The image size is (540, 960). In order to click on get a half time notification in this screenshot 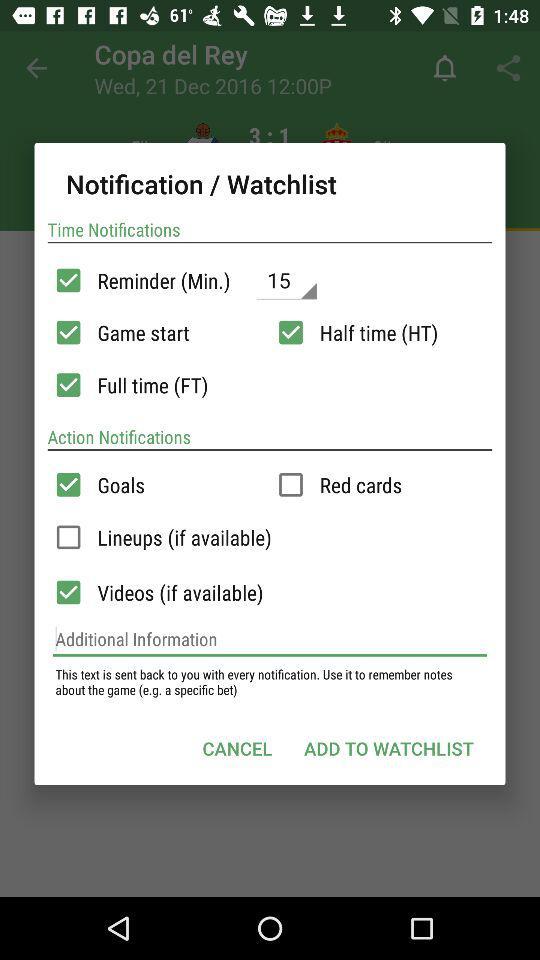, I will do `click(290, 332)`.